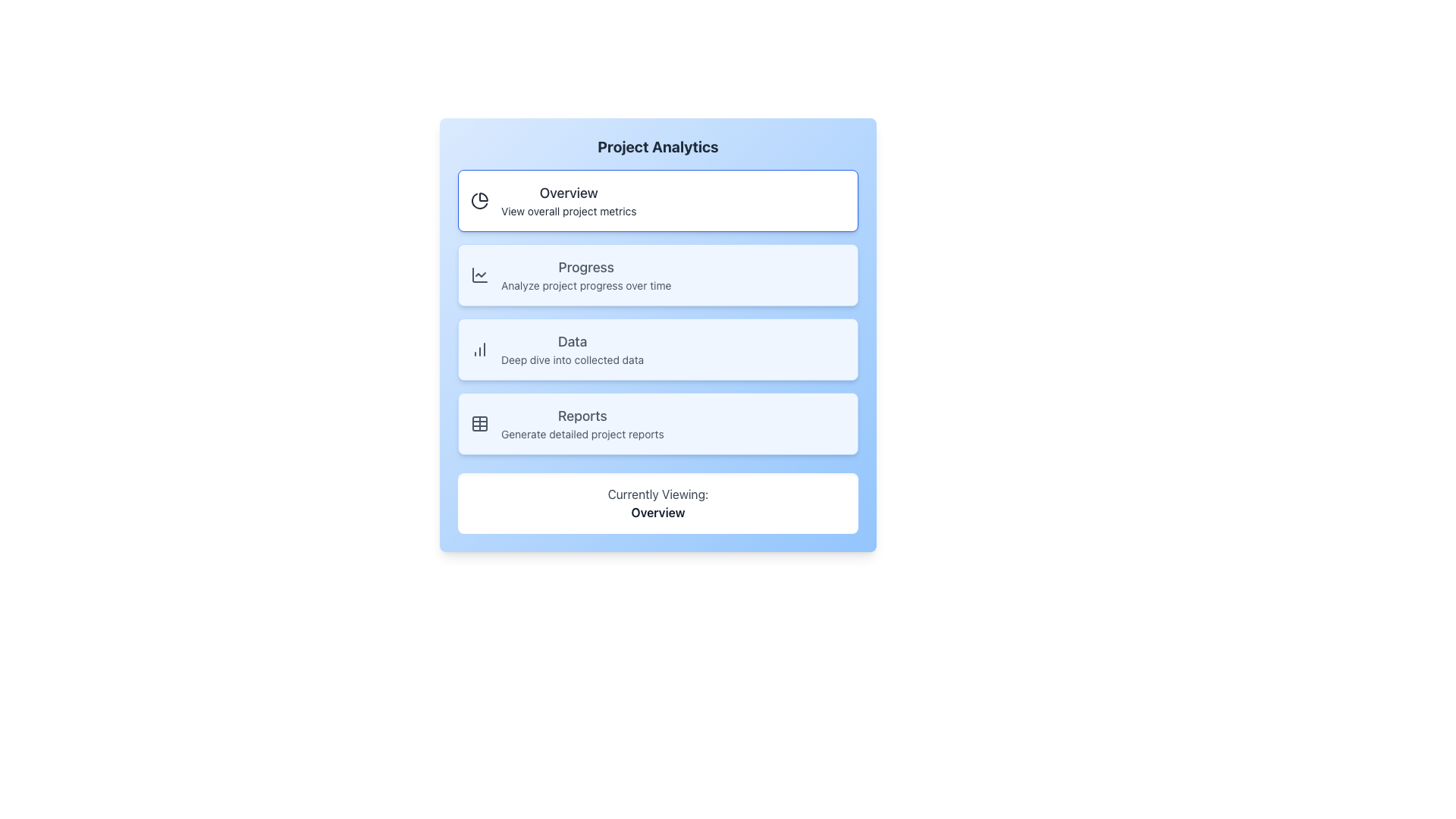 The image size is (1456, 819). Describe the element at coordinates (479, 424) in the screenshot. I see `the 'Reports' icon located in the vertical navigation menu, which is positioned to the left of the text 'Reports Generate detailed project reports'` at that location.